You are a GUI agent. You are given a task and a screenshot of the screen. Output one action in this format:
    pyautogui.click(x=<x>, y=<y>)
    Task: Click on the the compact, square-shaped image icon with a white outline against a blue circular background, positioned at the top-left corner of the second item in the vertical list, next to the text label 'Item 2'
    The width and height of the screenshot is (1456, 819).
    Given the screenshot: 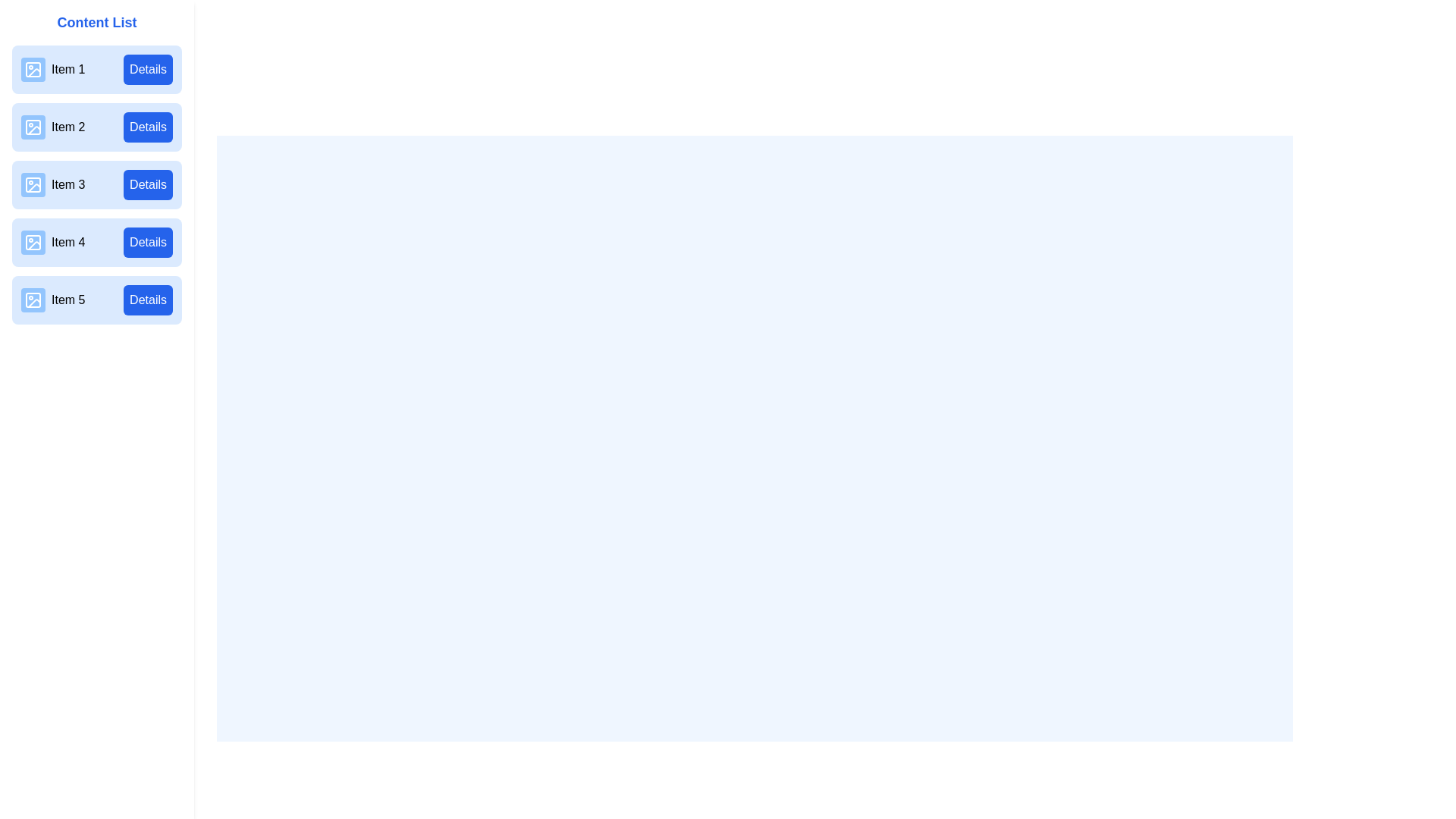 What is the action you would take?
    pyautogui.click(x=33, y=127)
    